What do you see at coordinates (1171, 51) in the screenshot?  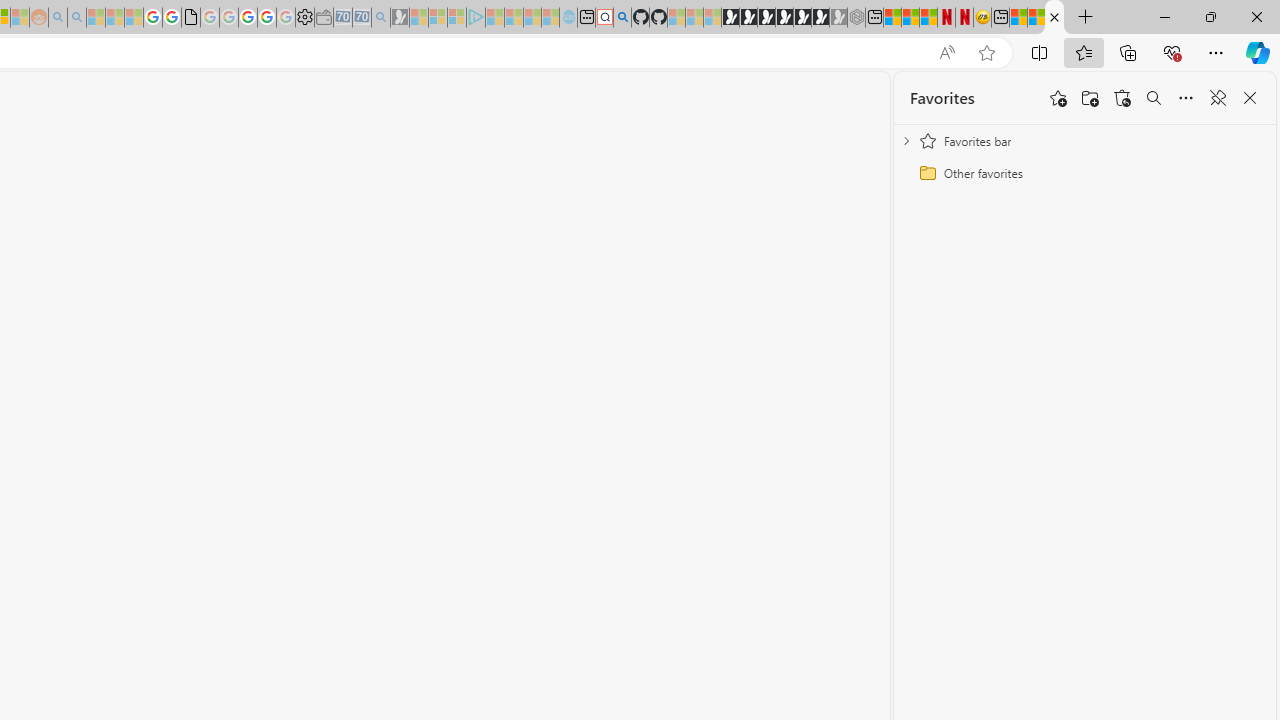 I see `'Browser essentials'` at bounding box center [1171, 51].